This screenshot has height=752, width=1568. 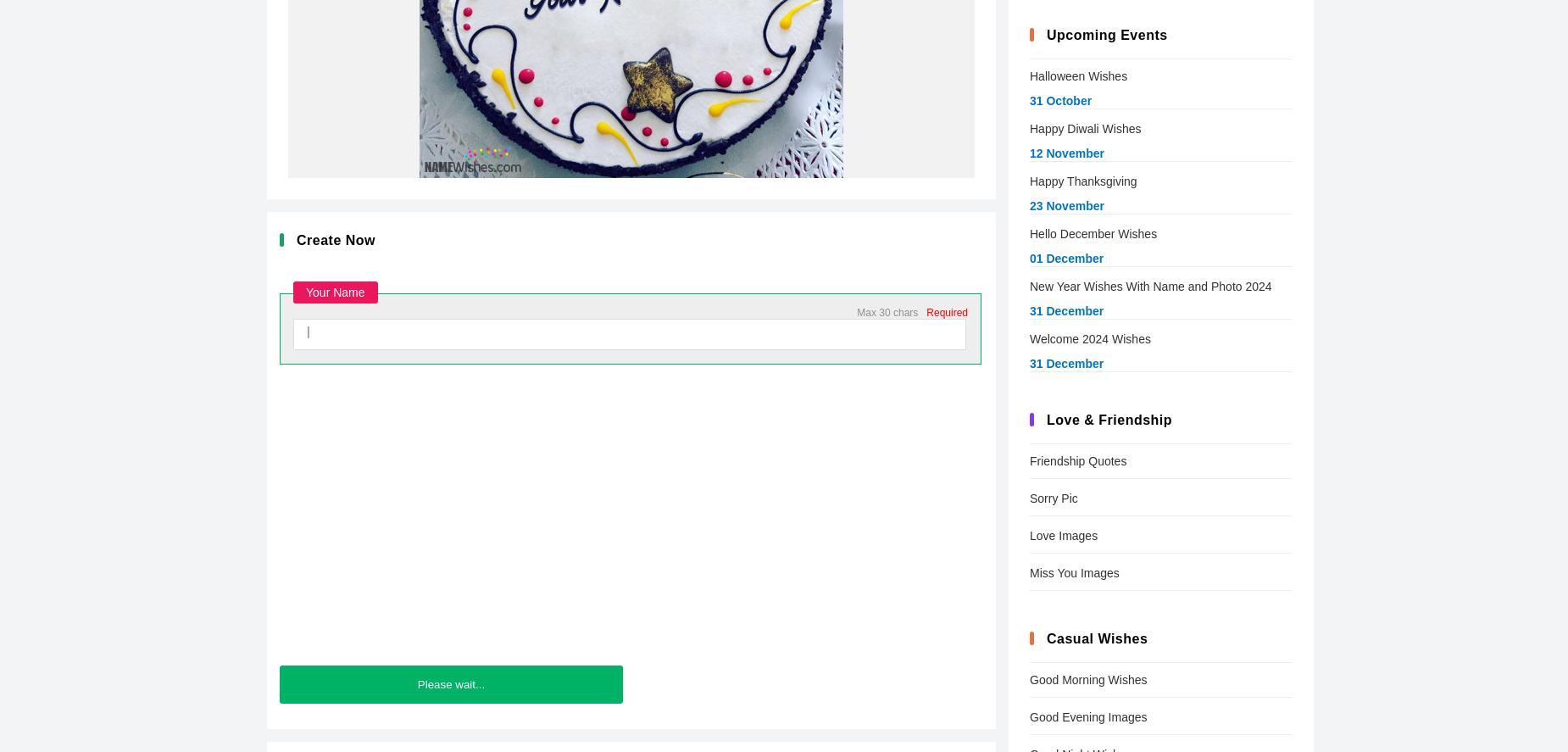 I want to click on '12 November', so click(x=1065, y=153).